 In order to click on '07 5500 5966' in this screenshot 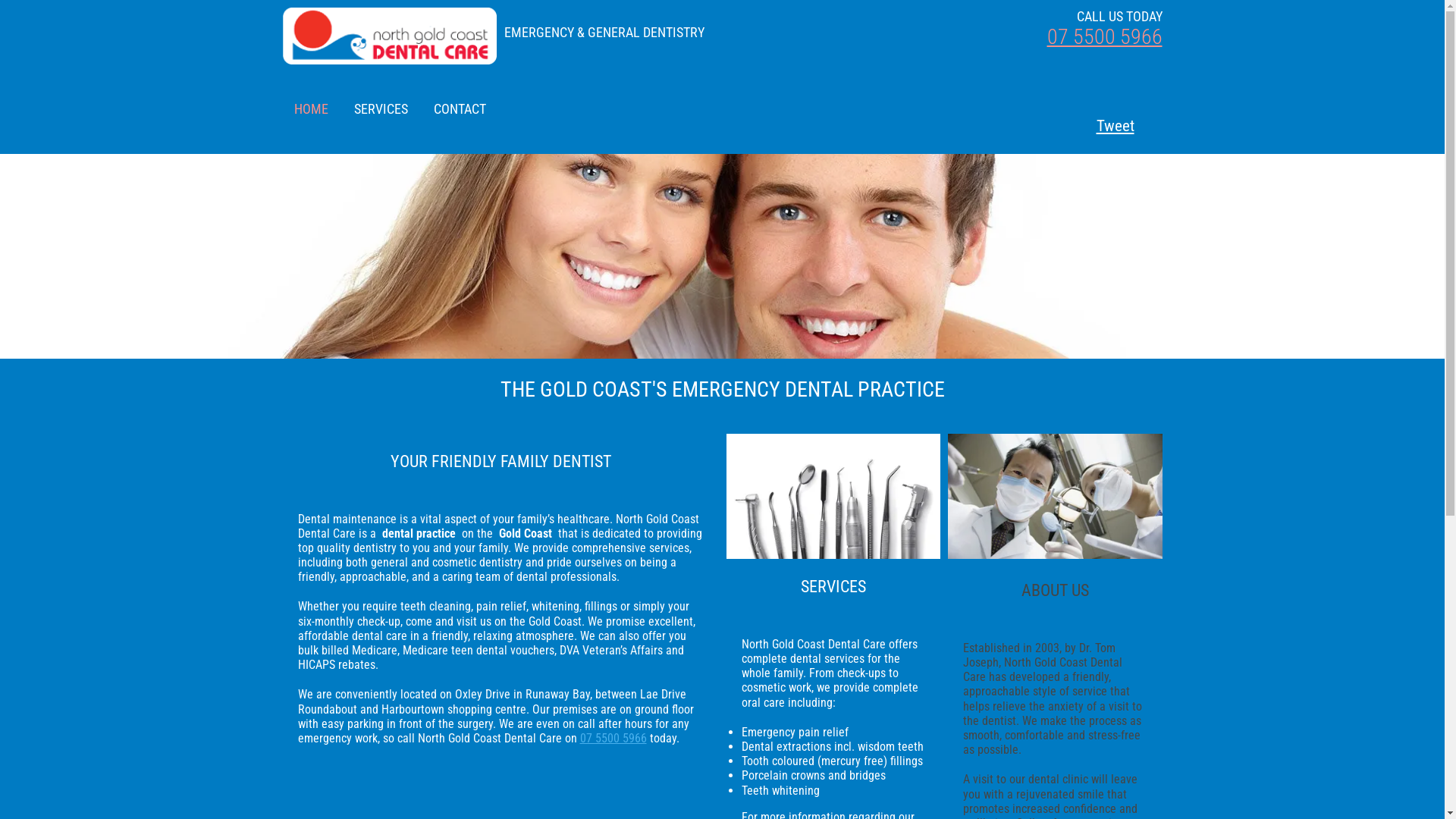, I will do `click(612, 737)`.